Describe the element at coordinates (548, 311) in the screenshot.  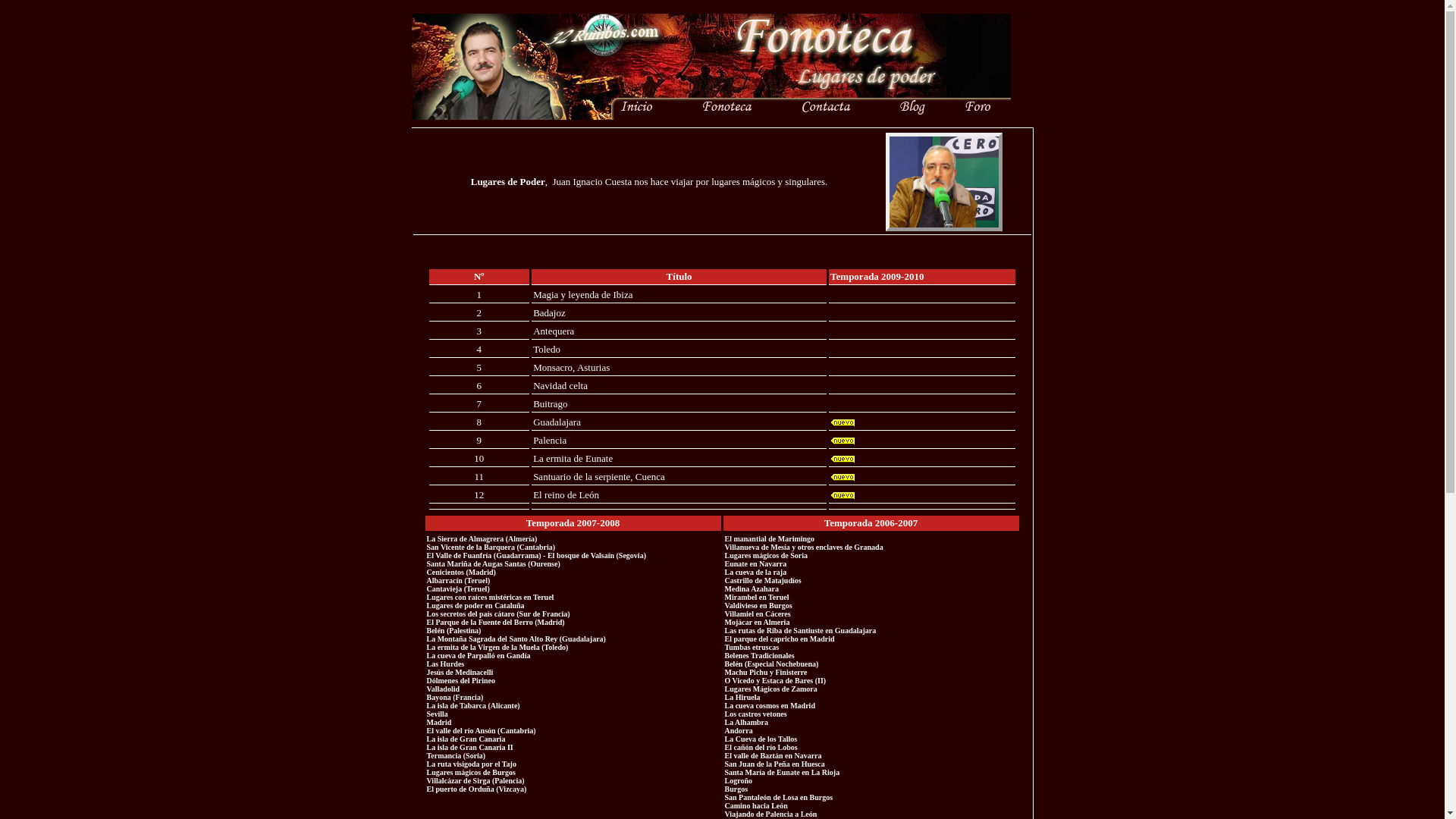
I see `'Badajoz'` at that location.